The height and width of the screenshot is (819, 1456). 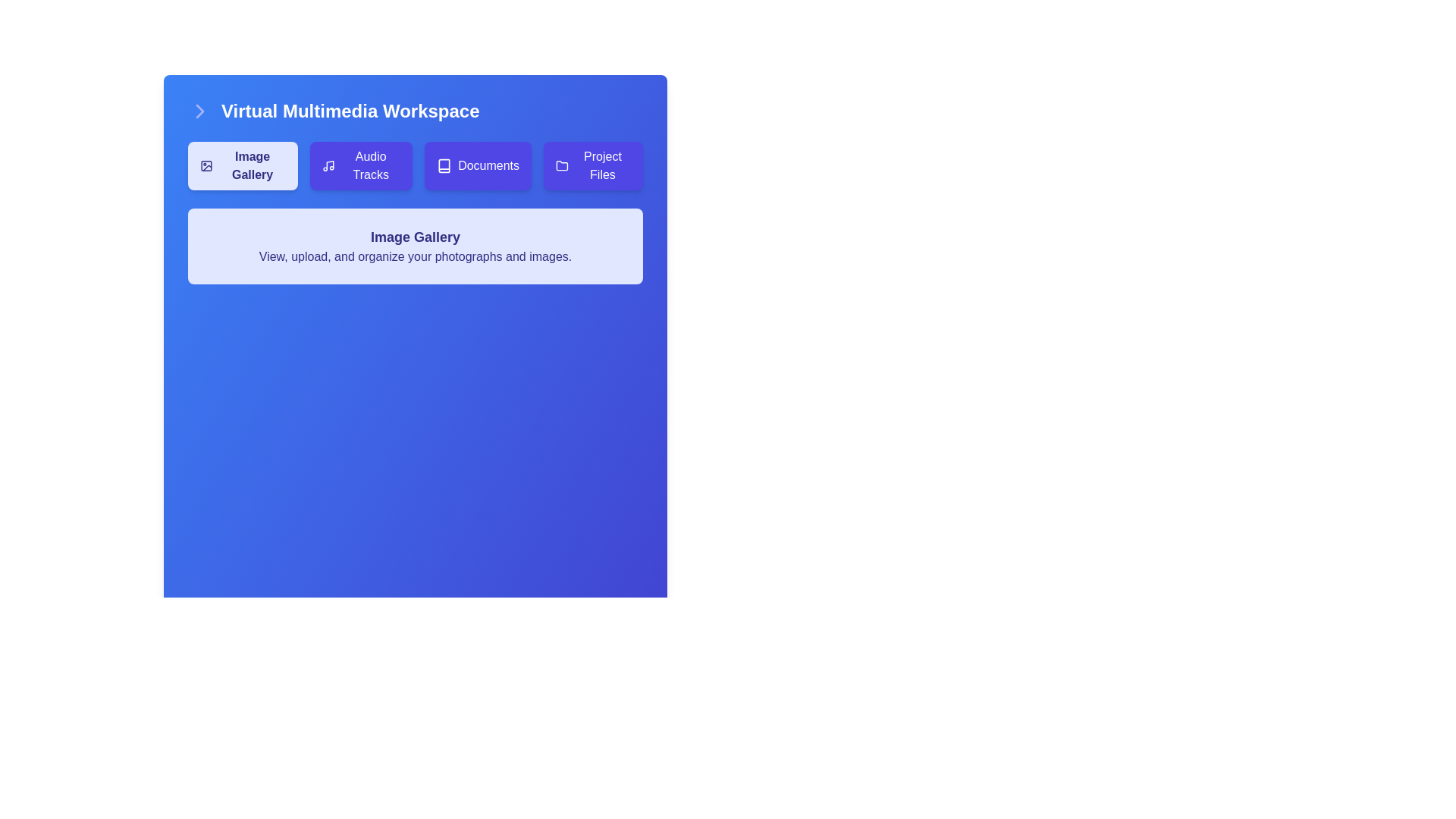 I want to click on the audio tracks icon located within the purple rectangular button labeled 'Audio Tracks', which is the second button from the left in a horizontal row of buttons near the top, so click(x=329, y=165).